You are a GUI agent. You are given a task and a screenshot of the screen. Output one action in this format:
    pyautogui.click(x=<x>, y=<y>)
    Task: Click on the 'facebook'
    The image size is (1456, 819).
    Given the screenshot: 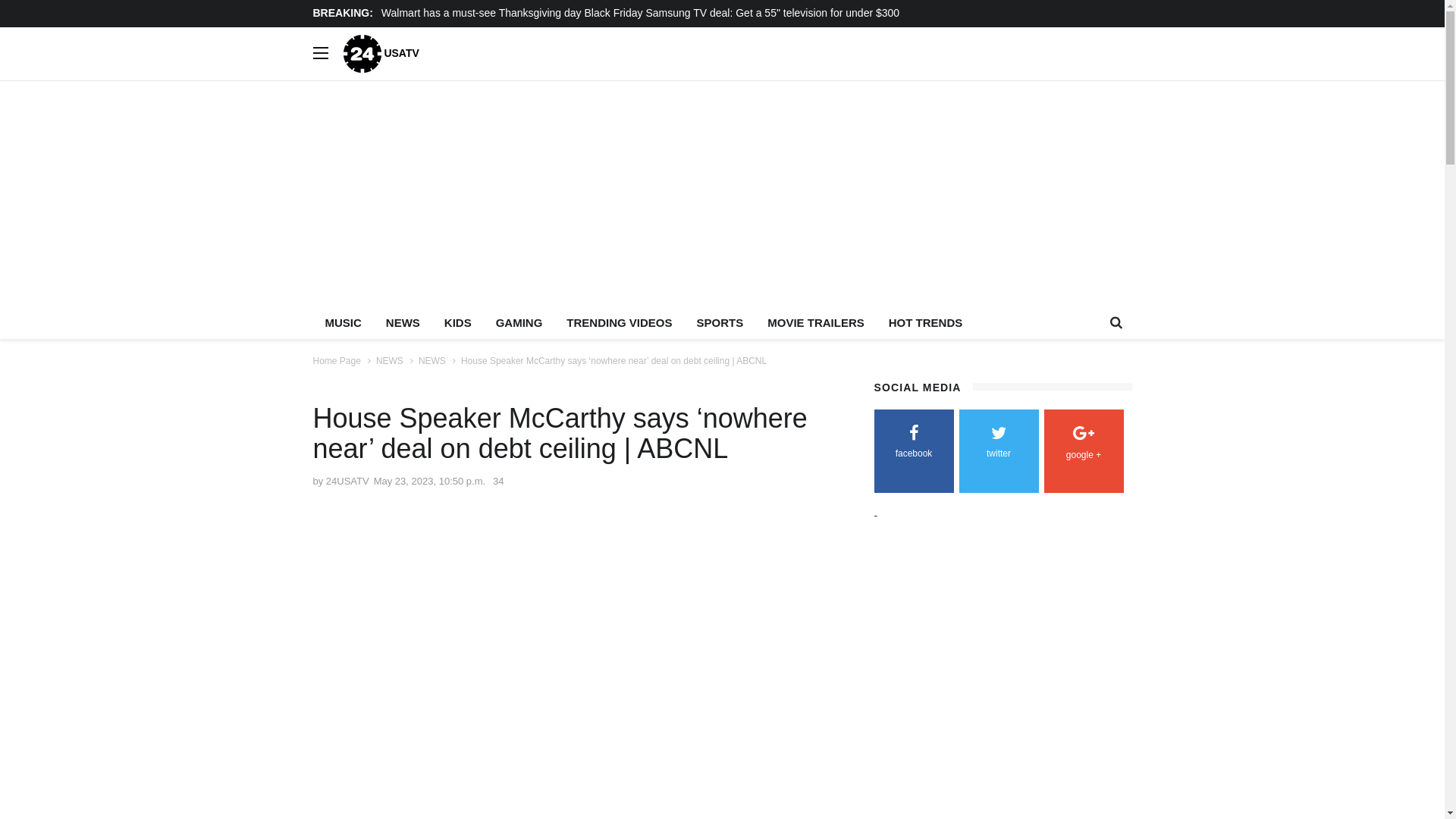 What is the action you would take?
    pyautogui.click(x=912, y=444)
    